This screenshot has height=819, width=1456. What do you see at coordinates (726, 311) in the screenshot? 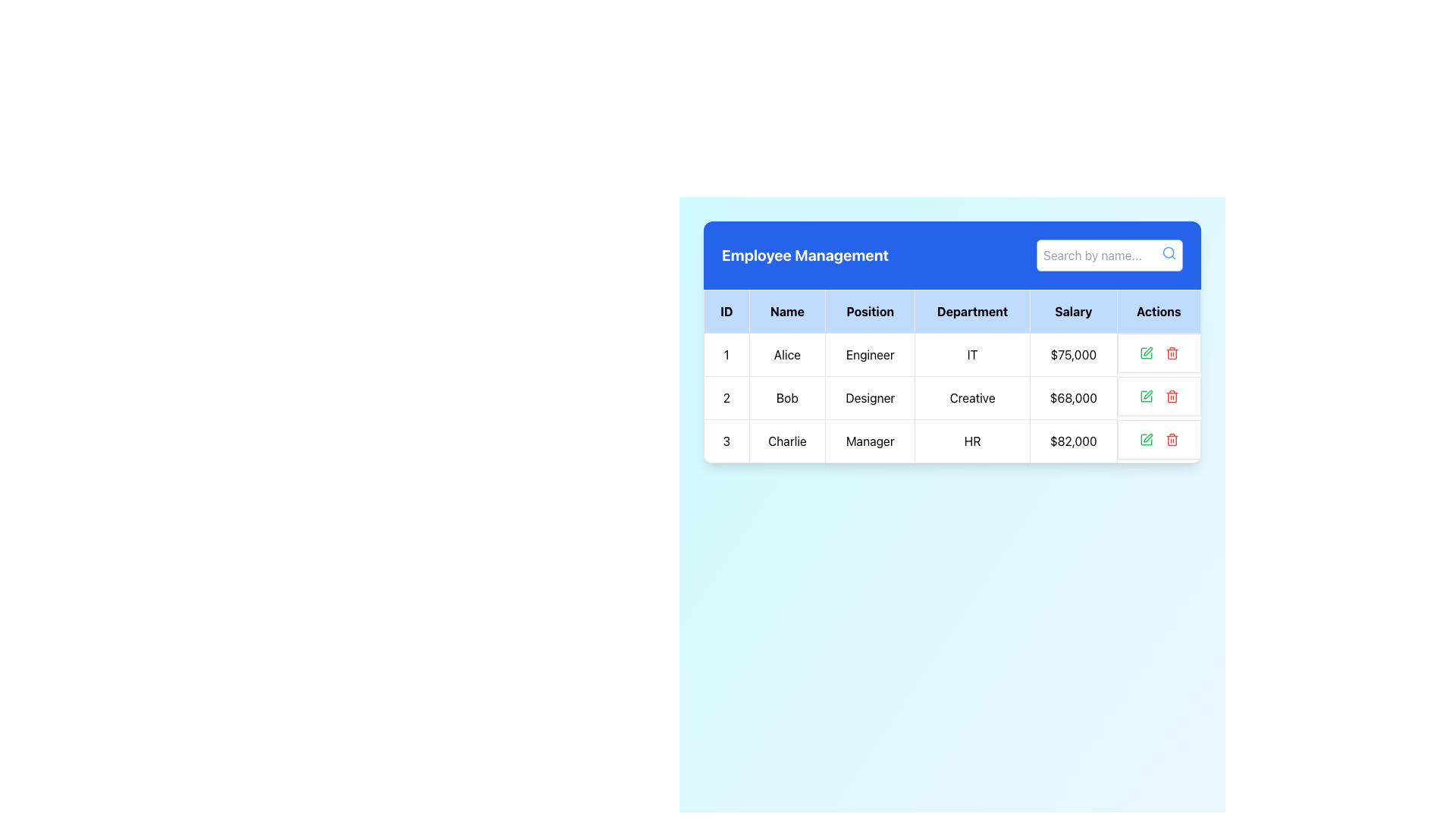
I see `the 'ID' Header Cell, which displays bold black letters centered in a rectangular cell, located at the top left of the header row before the 'Name' column` at bounding box center [726, 311].